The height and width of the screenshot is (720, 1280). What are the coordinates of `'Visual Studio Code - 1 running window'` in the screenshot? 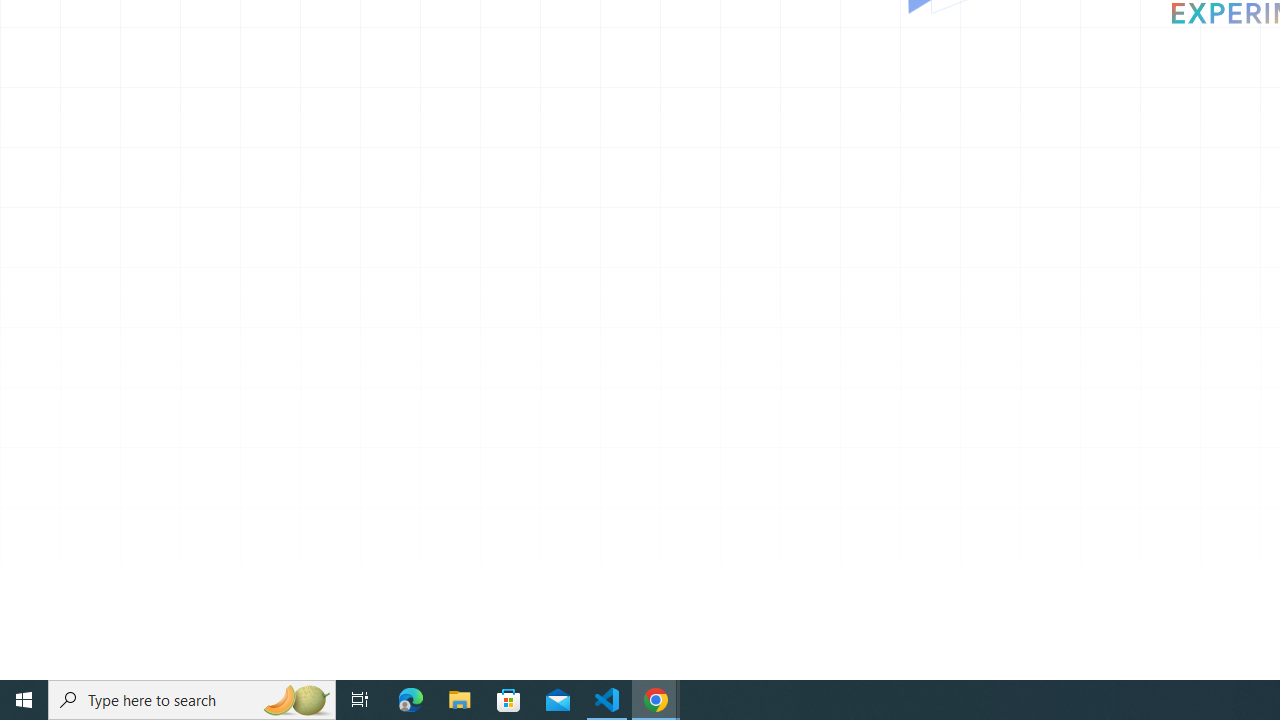 It's located at (606, 698).